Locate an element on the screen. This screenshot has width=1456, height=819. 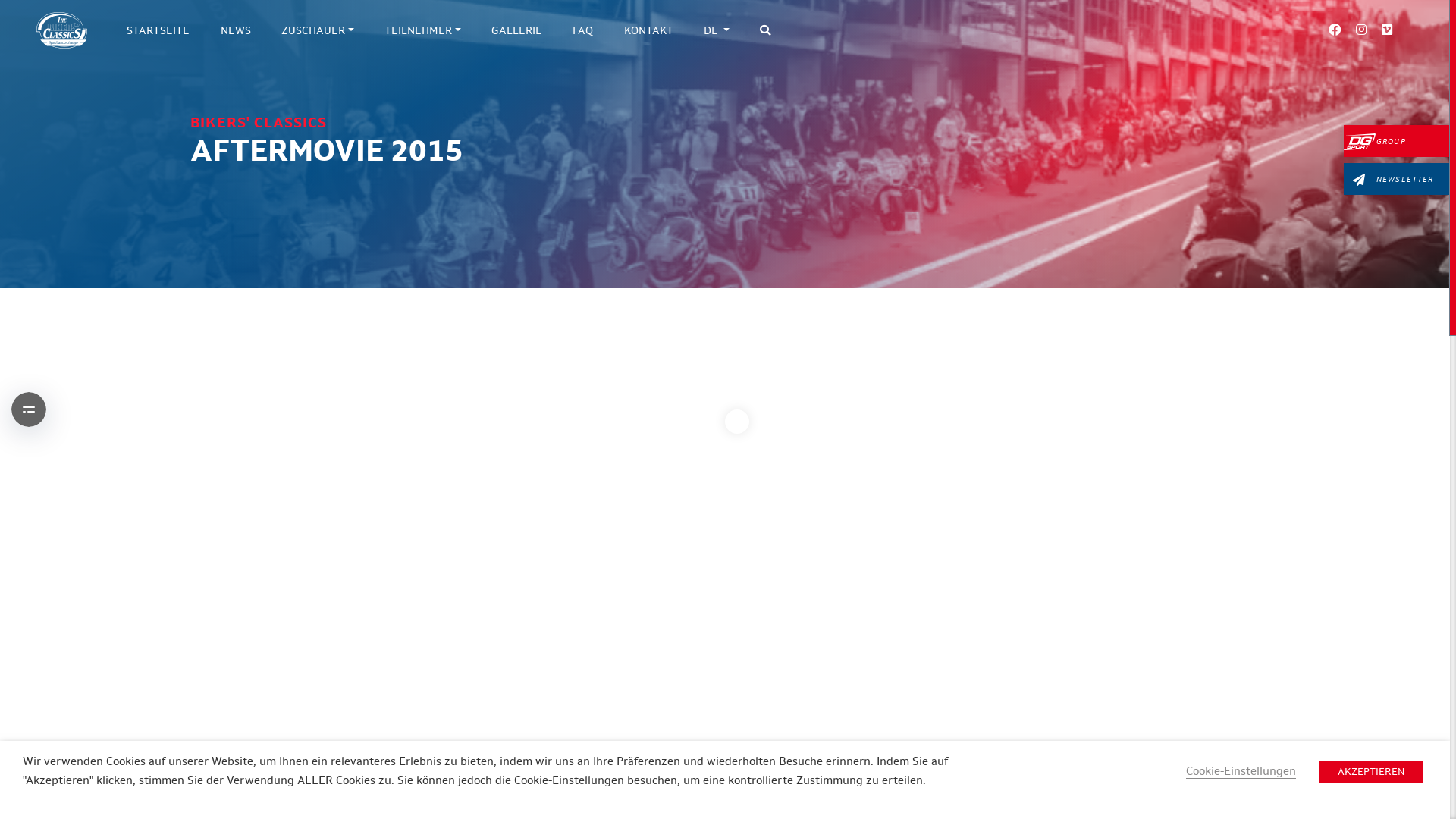
'TEILNEHMER' is located at coordinates (422, 30).